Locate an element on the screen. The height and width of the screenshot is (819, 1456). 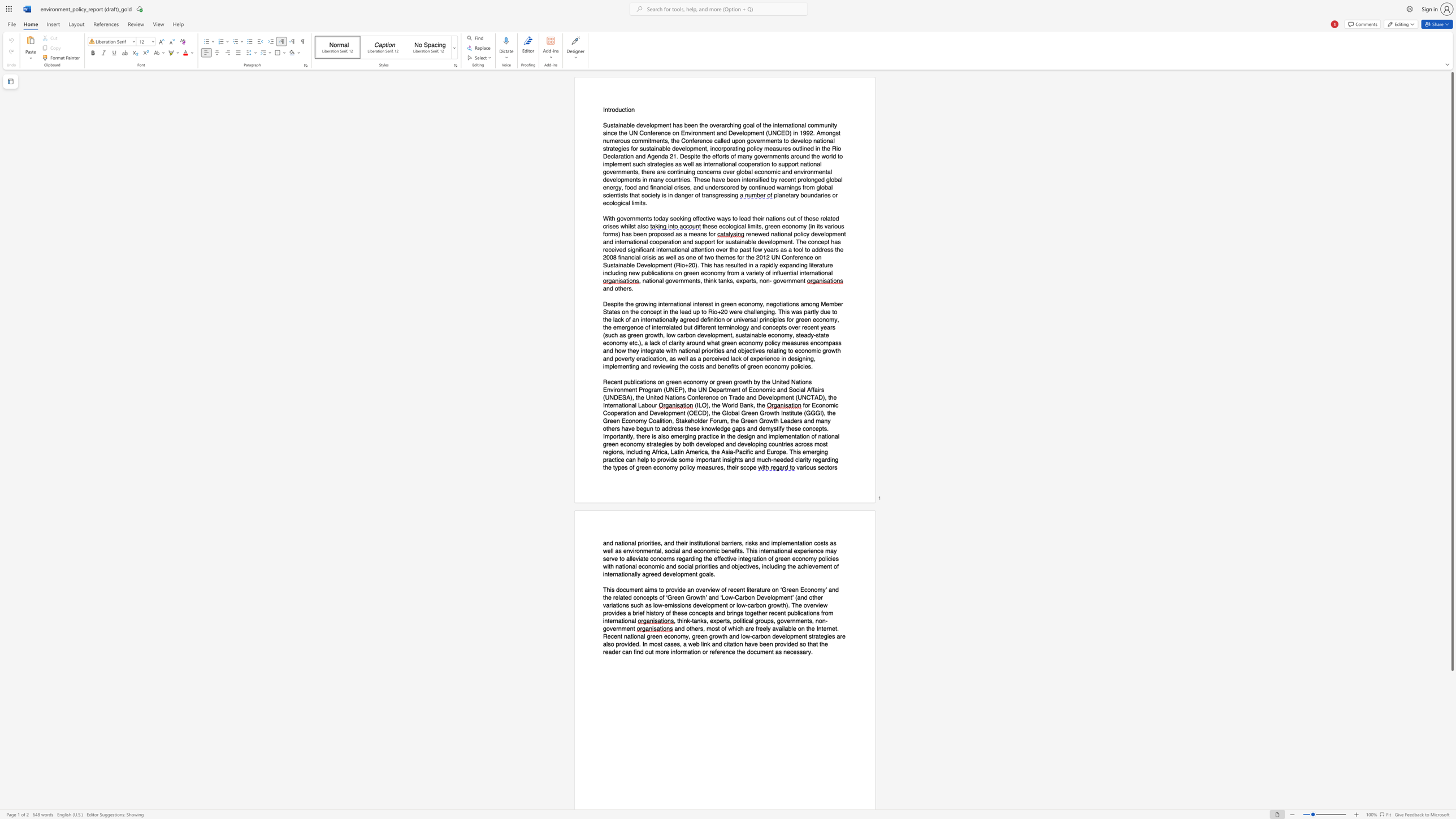
the scrollbar on the right is located at coordinates (1451, 701).